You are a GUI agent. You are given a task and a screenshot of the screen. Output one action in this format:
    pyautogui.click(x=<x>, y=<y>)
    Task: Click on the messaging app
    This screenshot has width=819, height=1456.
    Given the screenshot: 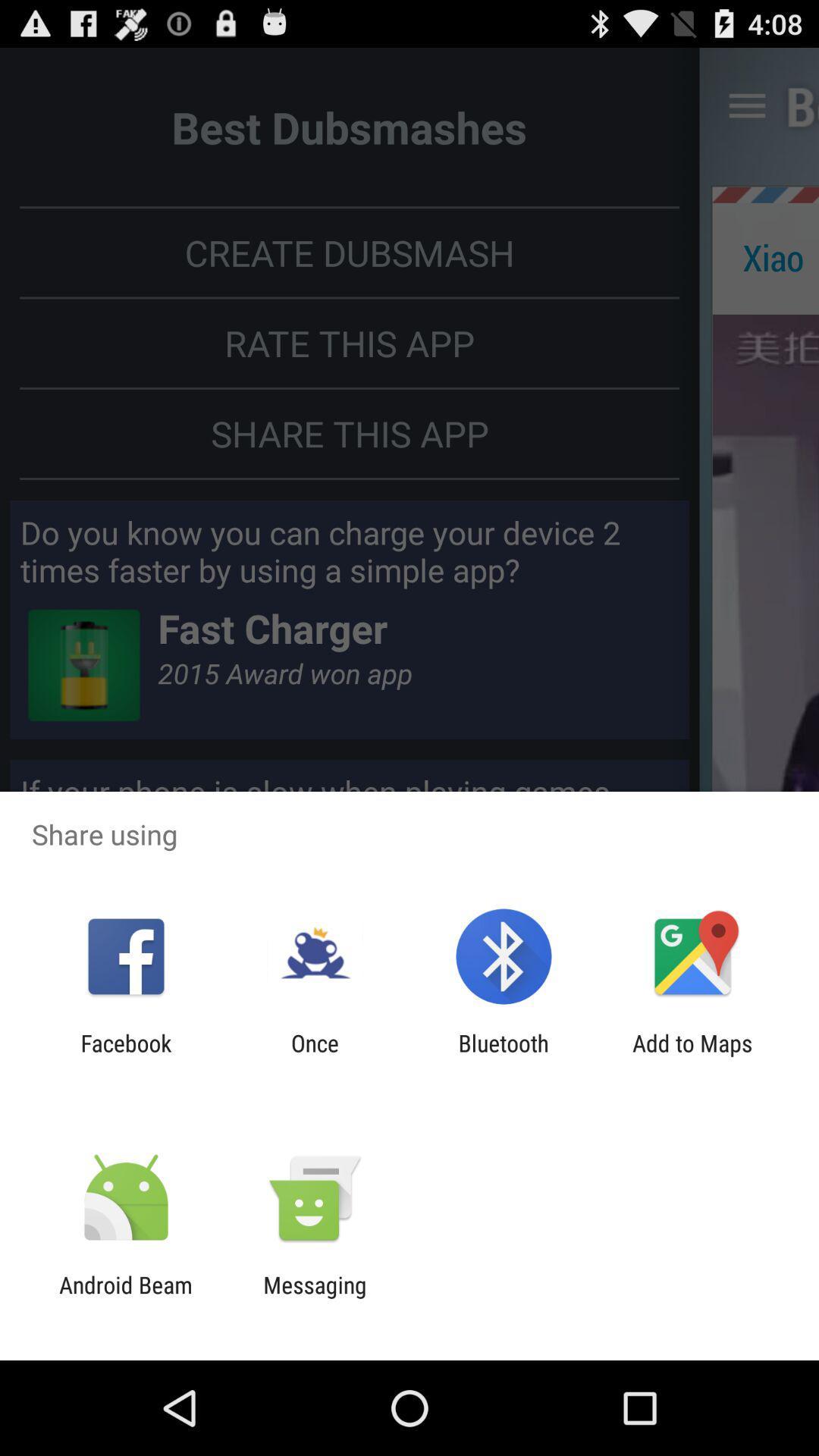 What is the action you would take?
    pyautogui.click(x=314, y=1298)
    